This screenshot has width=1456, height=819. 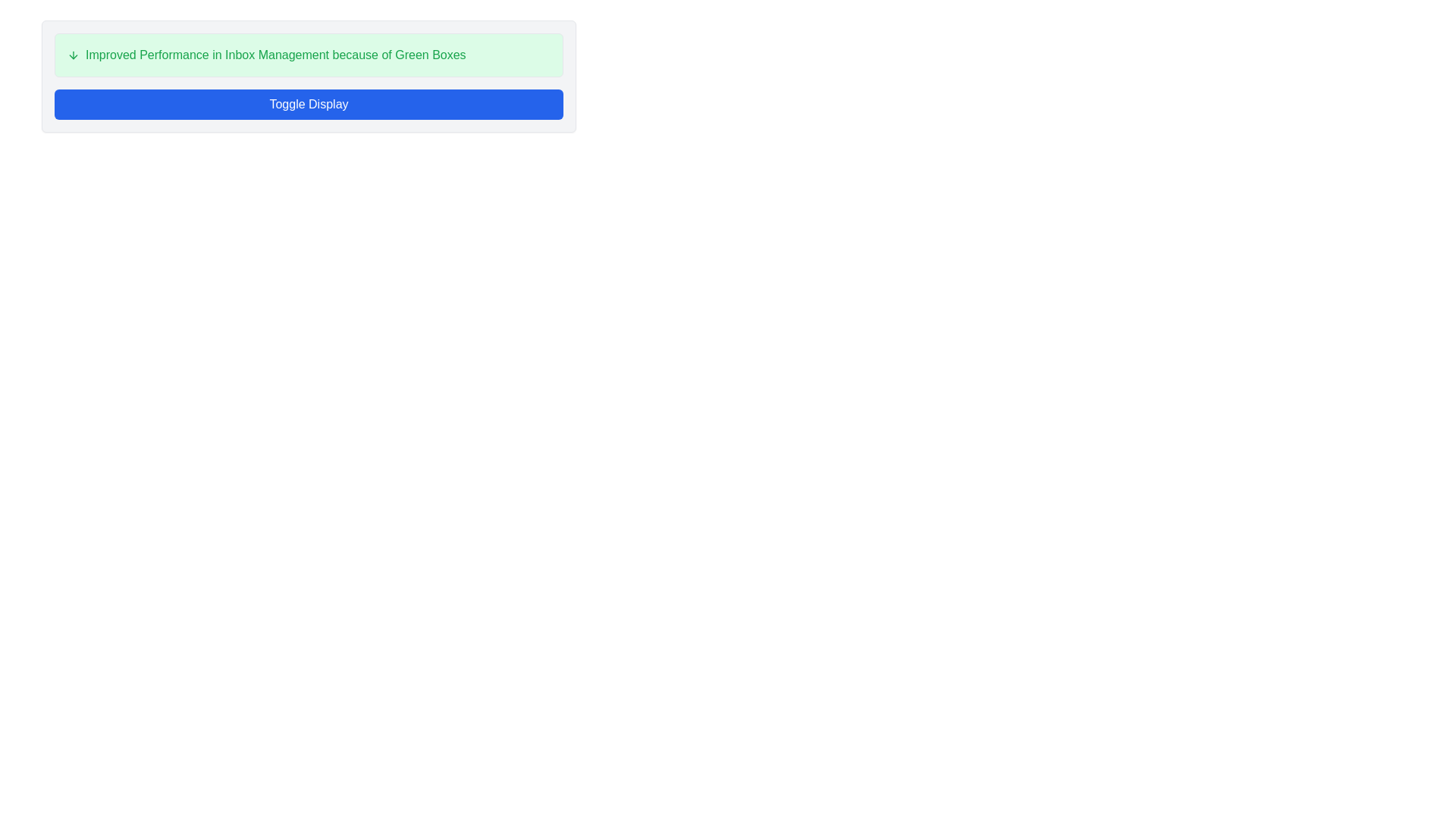 I want to click on contained elements of the notification area which includes a green notification box and a blue toggle button located at the specified coordinates, so click(x=308, y=76).